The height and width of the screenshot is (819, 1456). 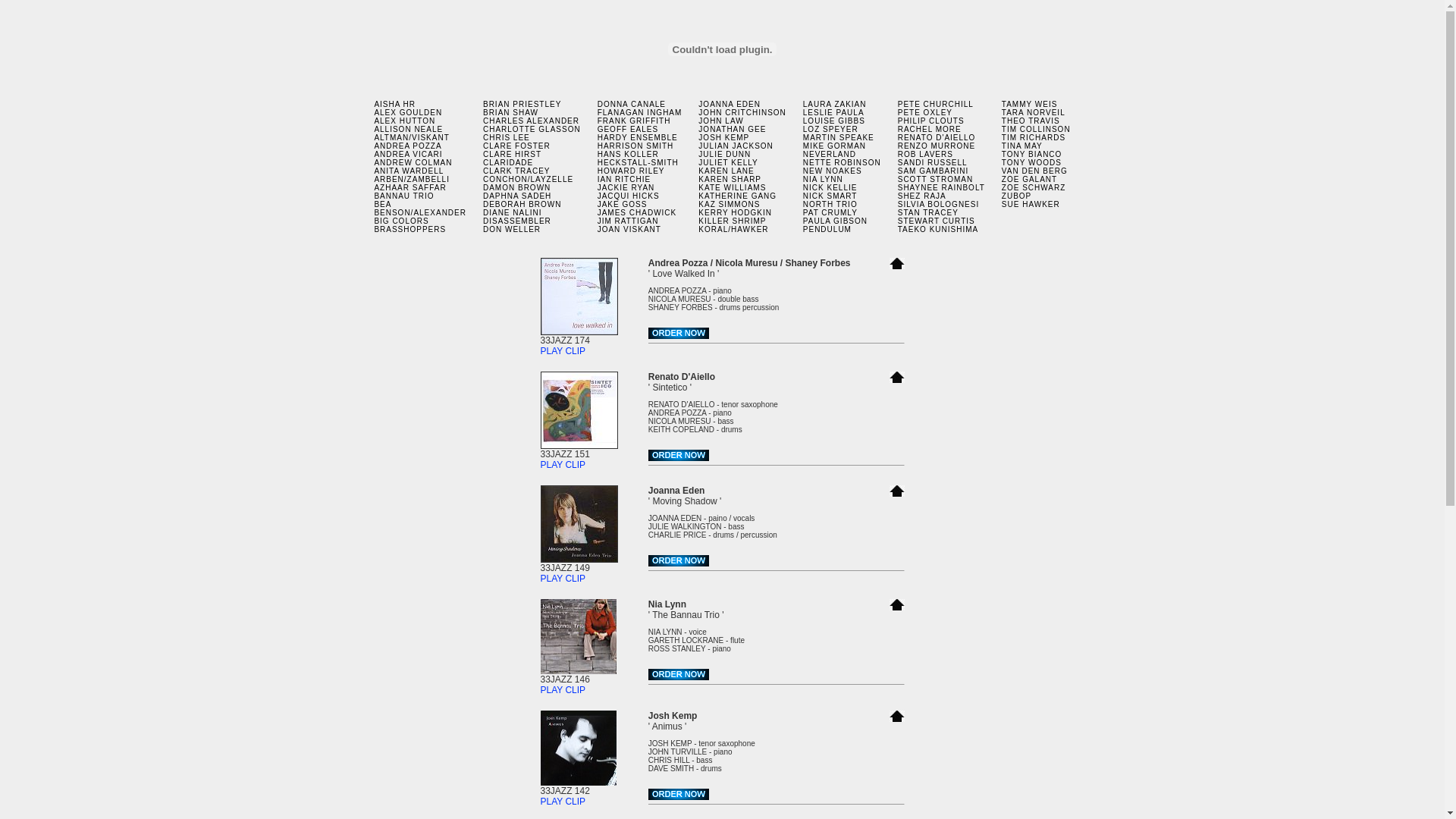 What do you see at coordinates (407, 111) in the screenshot?
I see `'ALEX GOULDEN'` at bounding box center [407, 111].